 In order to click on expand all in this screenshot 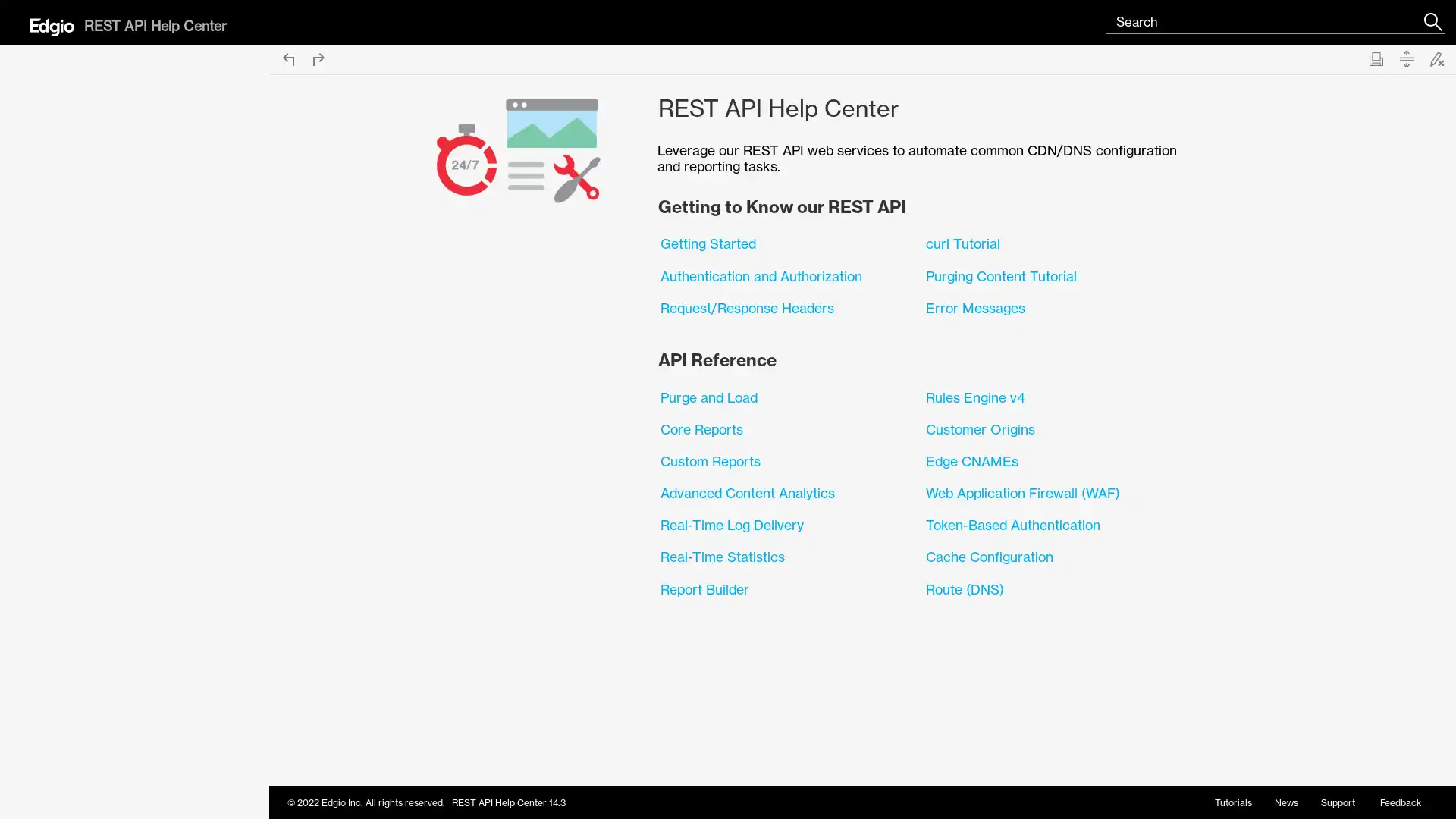, I will do `click(1405, 58)`.